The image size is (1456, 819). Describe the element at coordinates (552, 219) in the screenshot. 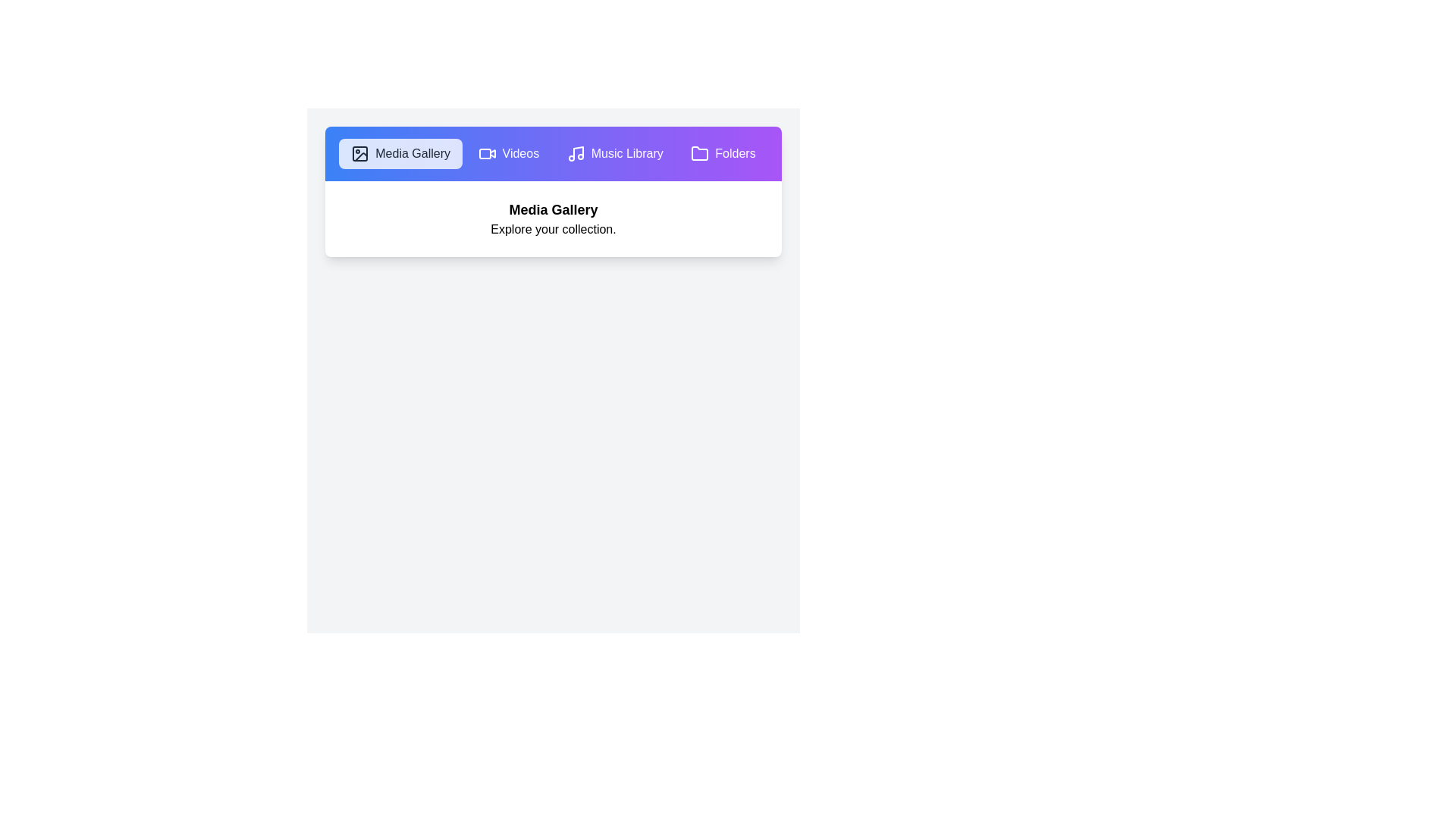

I see `the informational header located centrally beneath the navigation bar, which provides a title and description for the section` at that location.